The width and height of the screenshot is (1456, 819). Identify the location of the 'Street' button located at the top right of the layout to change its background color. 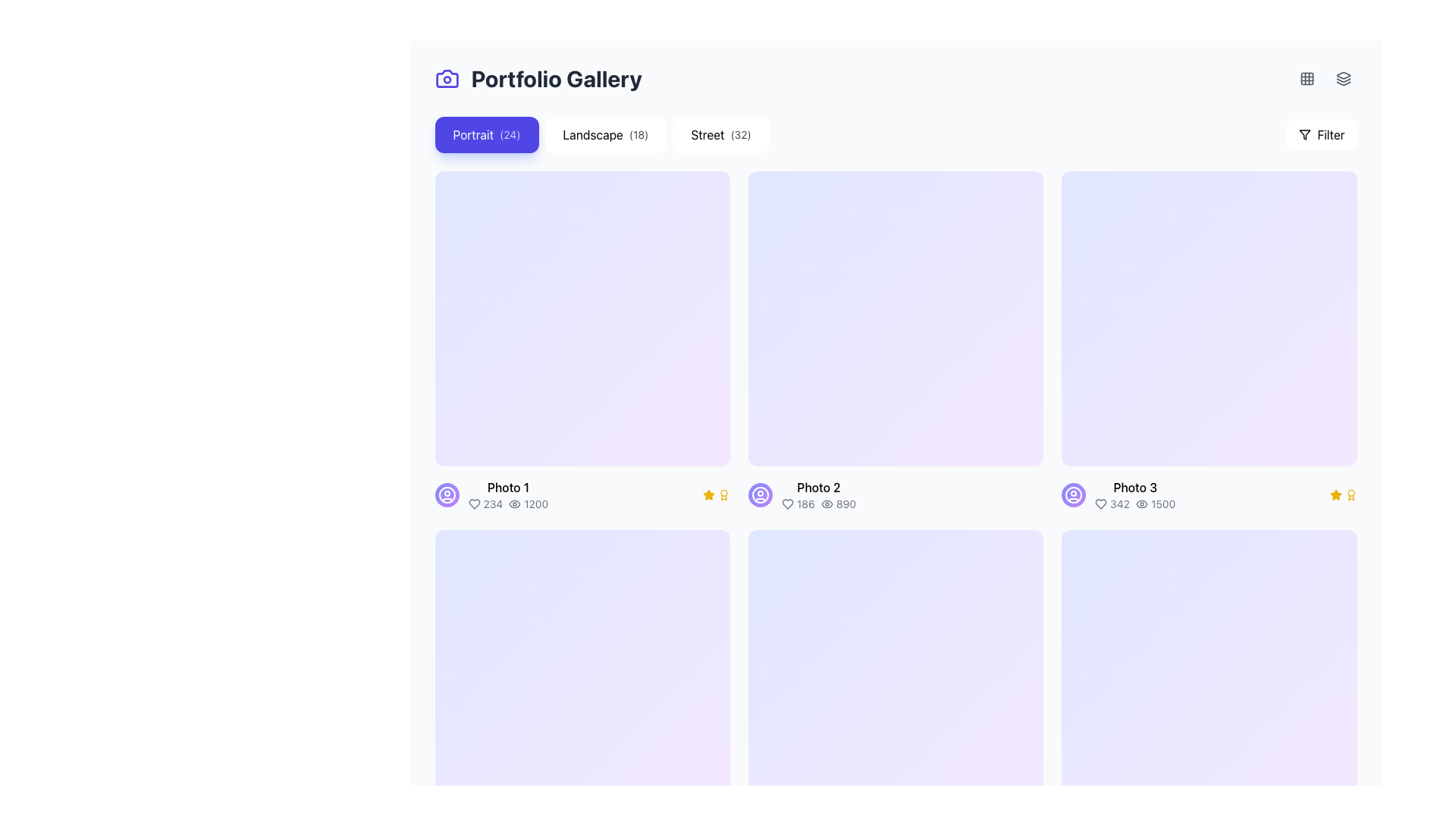
(720, 133).